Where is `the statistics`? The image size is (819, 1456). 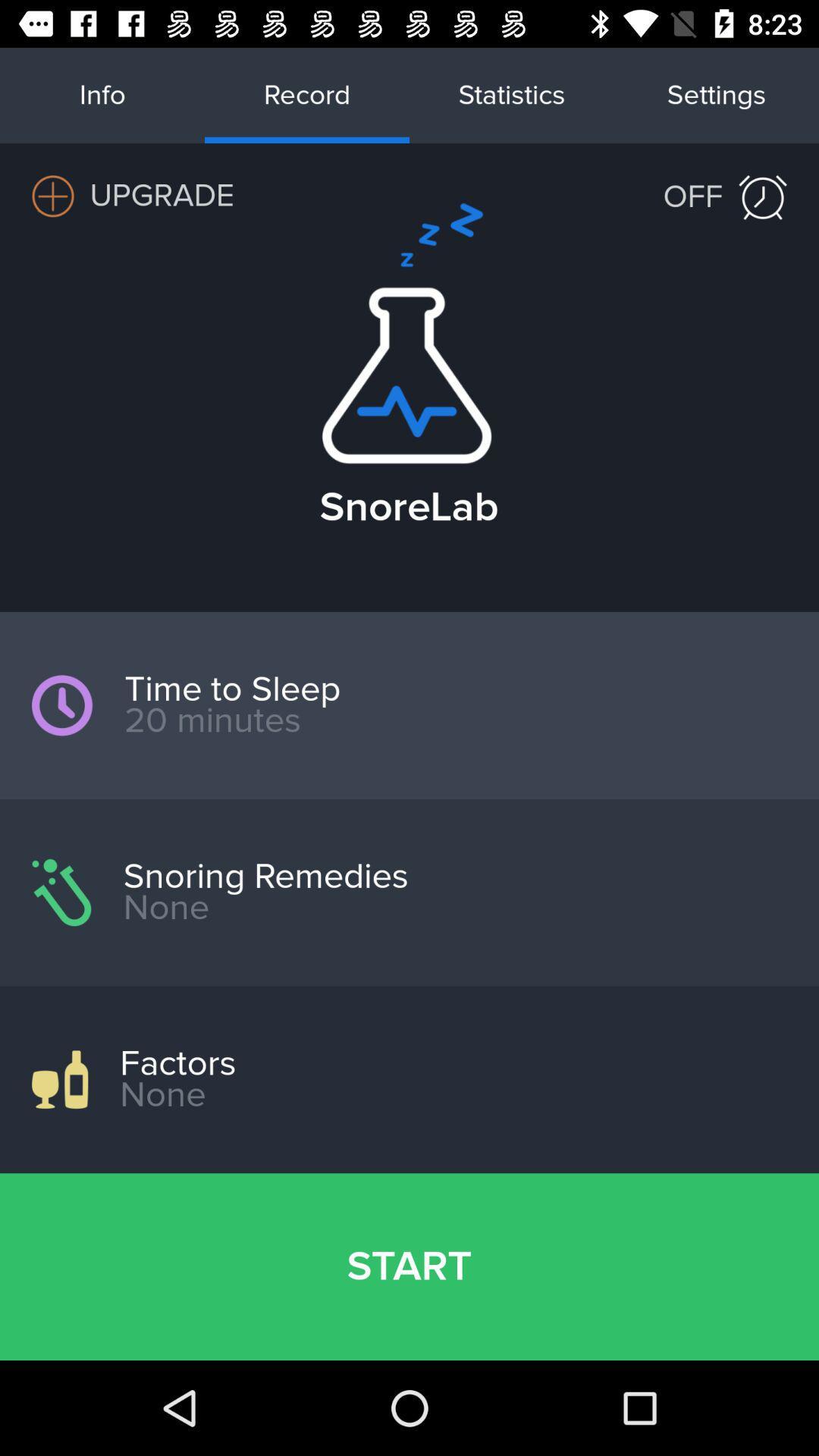
the statistics is located at coordinates (512, 94).